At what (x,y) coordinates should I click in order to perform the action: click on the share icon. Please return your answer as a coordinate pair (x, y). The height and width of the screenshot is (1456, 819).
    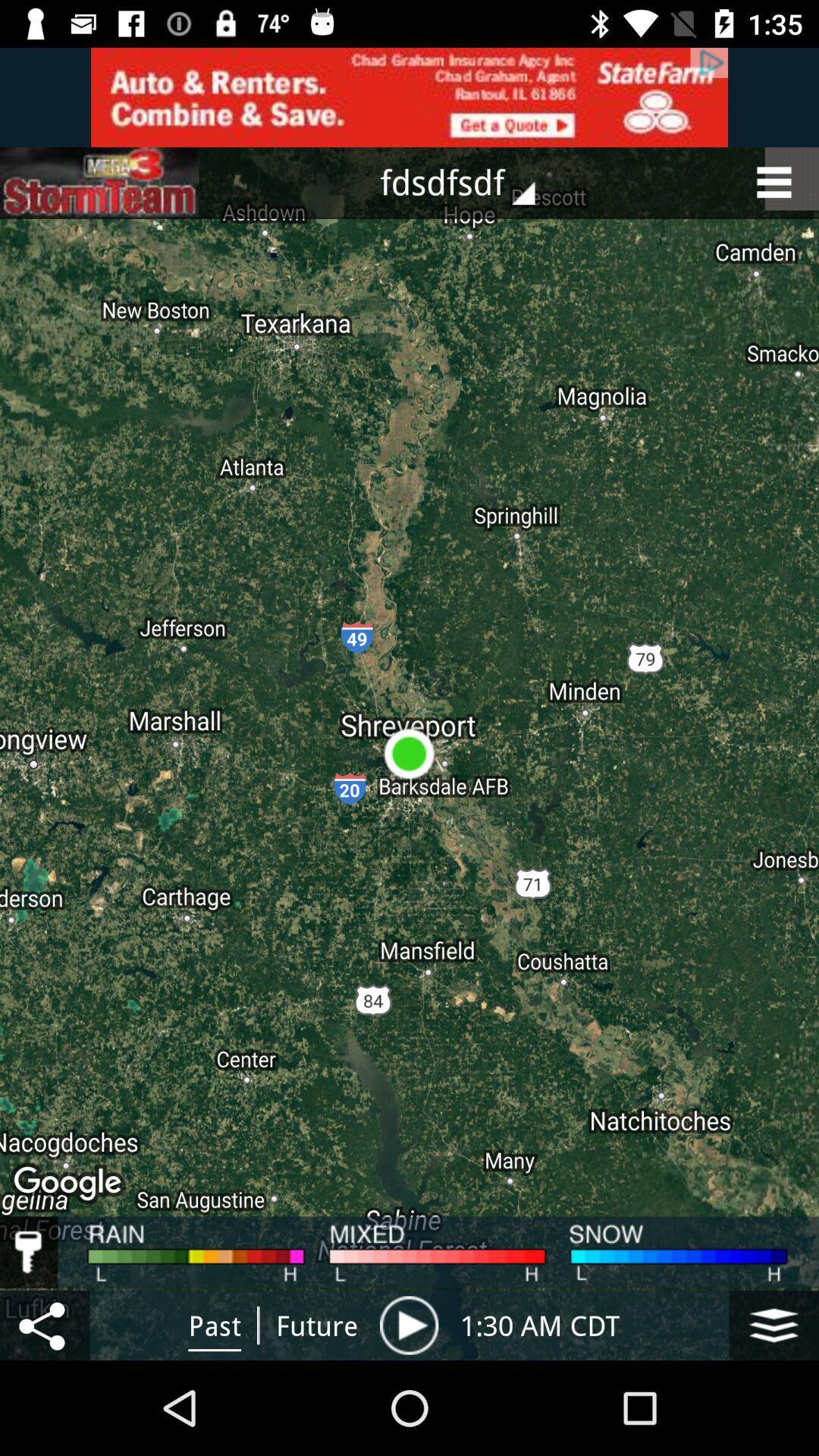
    Looking at the image, I should click on (44, 1324).